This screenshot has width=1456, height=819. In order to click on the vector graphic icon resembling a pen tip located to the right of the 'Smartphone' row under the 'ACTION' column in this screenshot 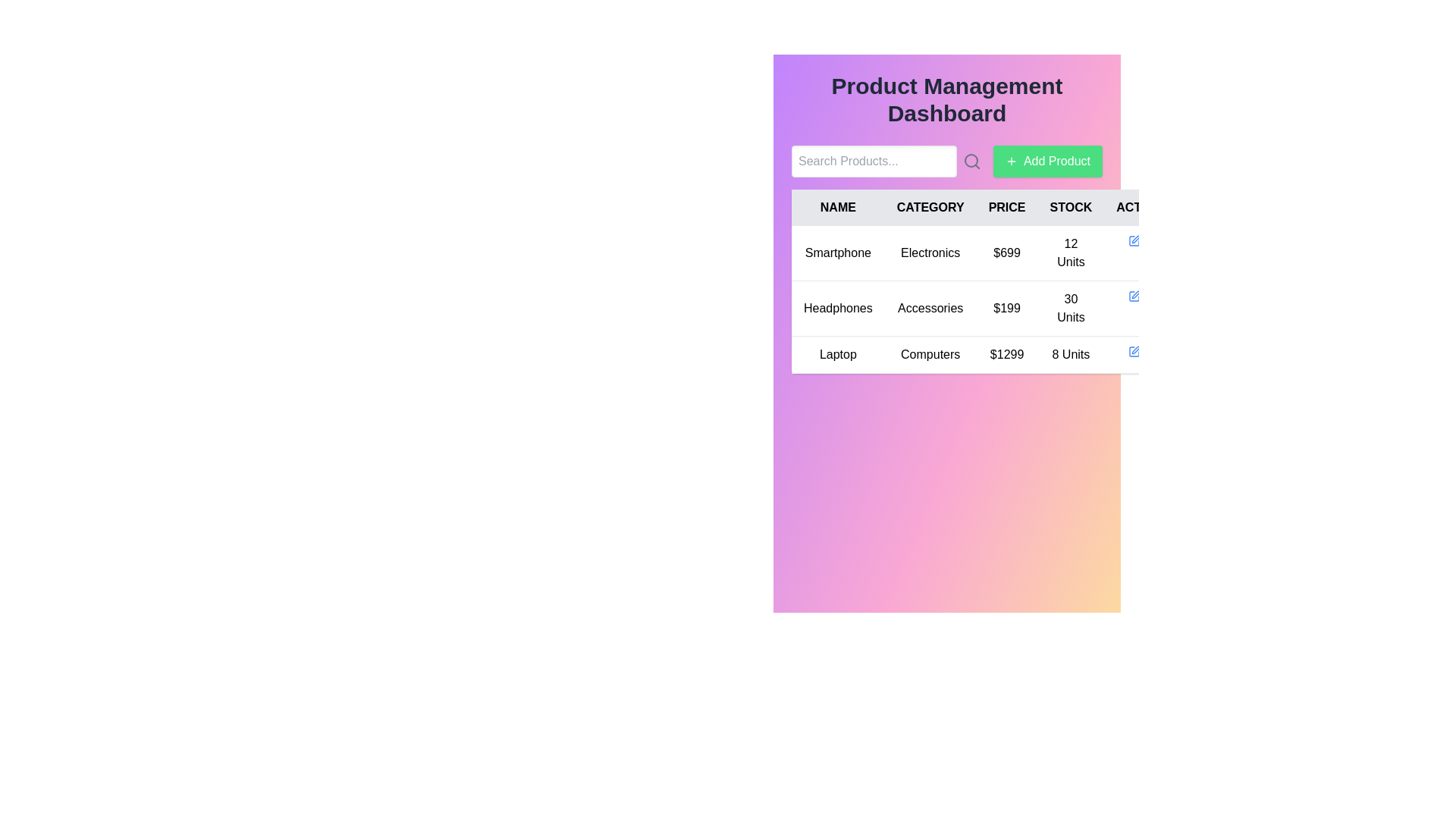, I will do `click(1136, 239)`.